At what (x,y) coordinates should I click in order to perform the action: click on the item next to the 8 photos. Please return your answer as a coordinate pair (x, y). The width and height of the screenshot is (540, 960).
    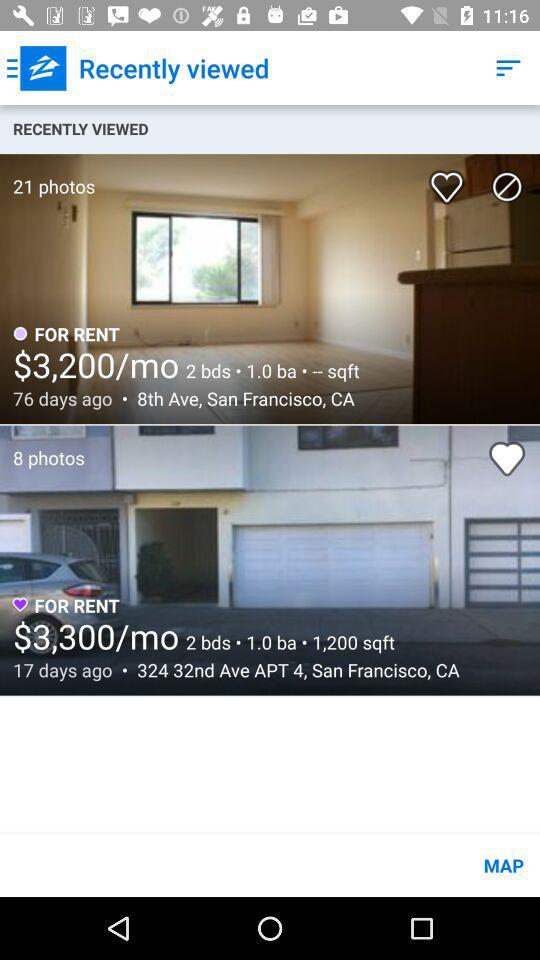
    Looking at the image, I should click on (507, 458).